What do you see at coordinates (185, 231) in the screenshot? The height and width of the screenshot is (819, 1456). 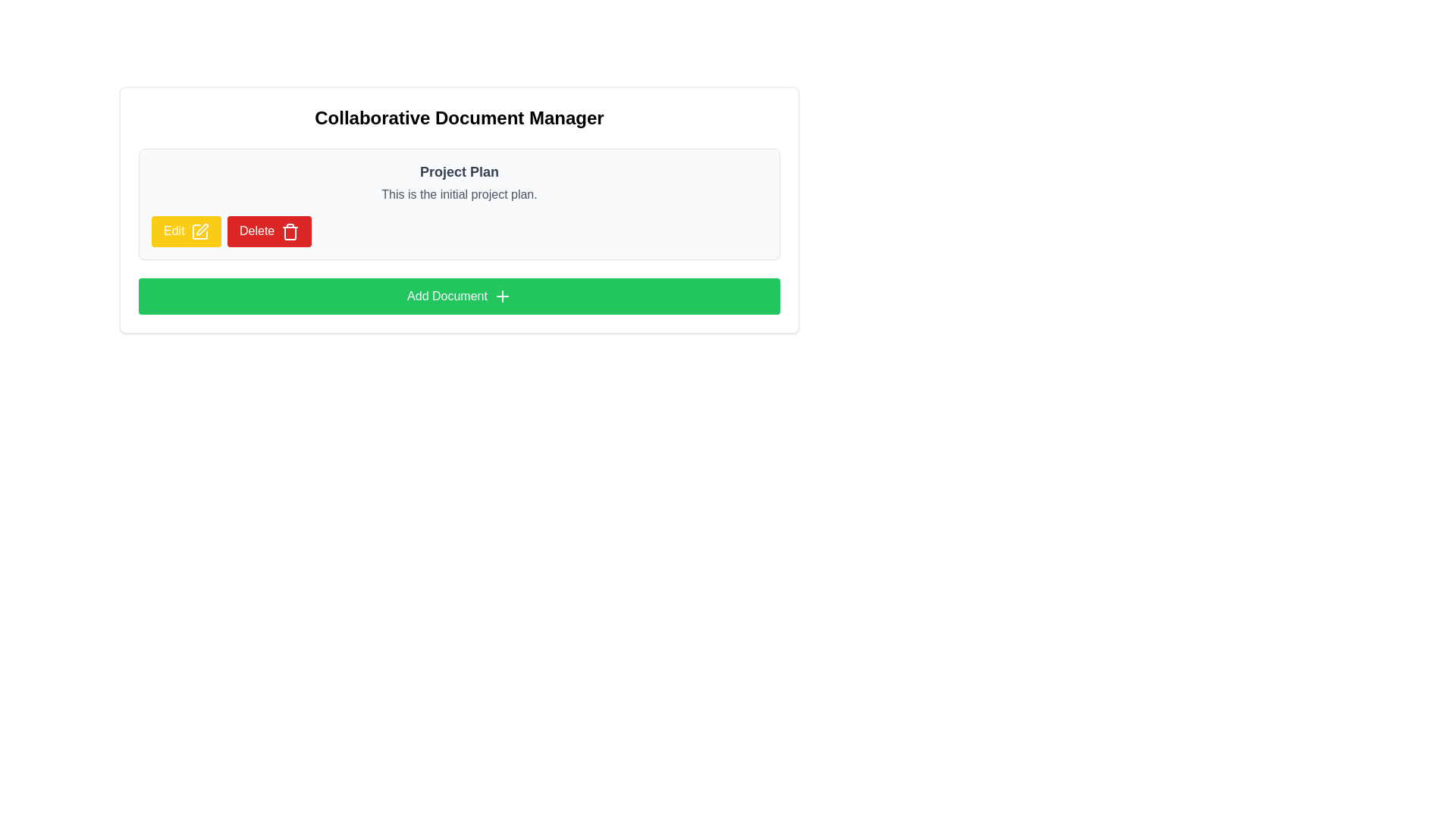 I see `the yellow 'Edit' button with rounded corners, located to the left of the red 'Delete' button in the 'Collaborative Document Manager' section` at bounding box center [185, 231].